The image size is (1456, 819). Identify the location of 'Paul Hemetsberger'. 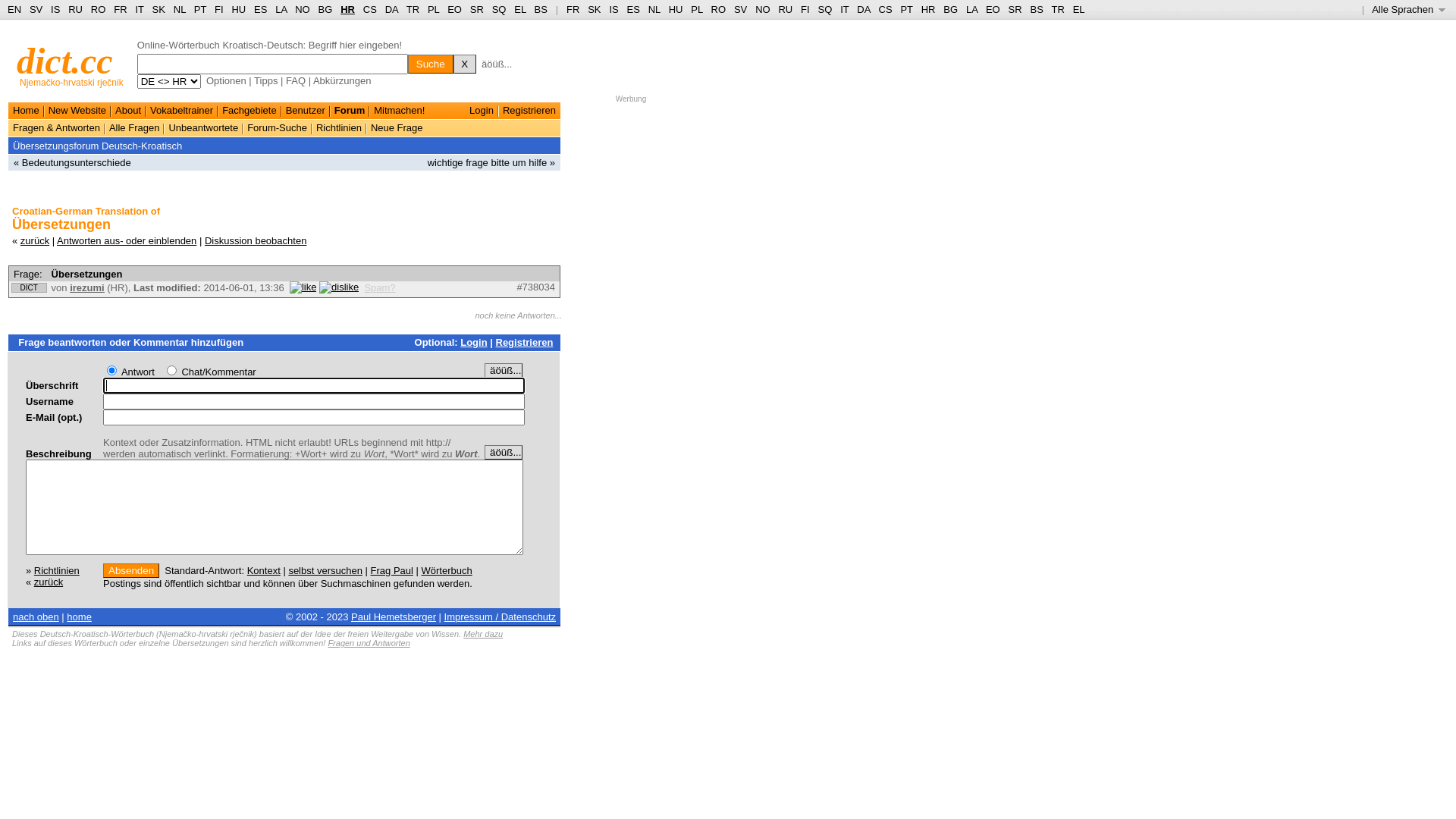
(350, 617).